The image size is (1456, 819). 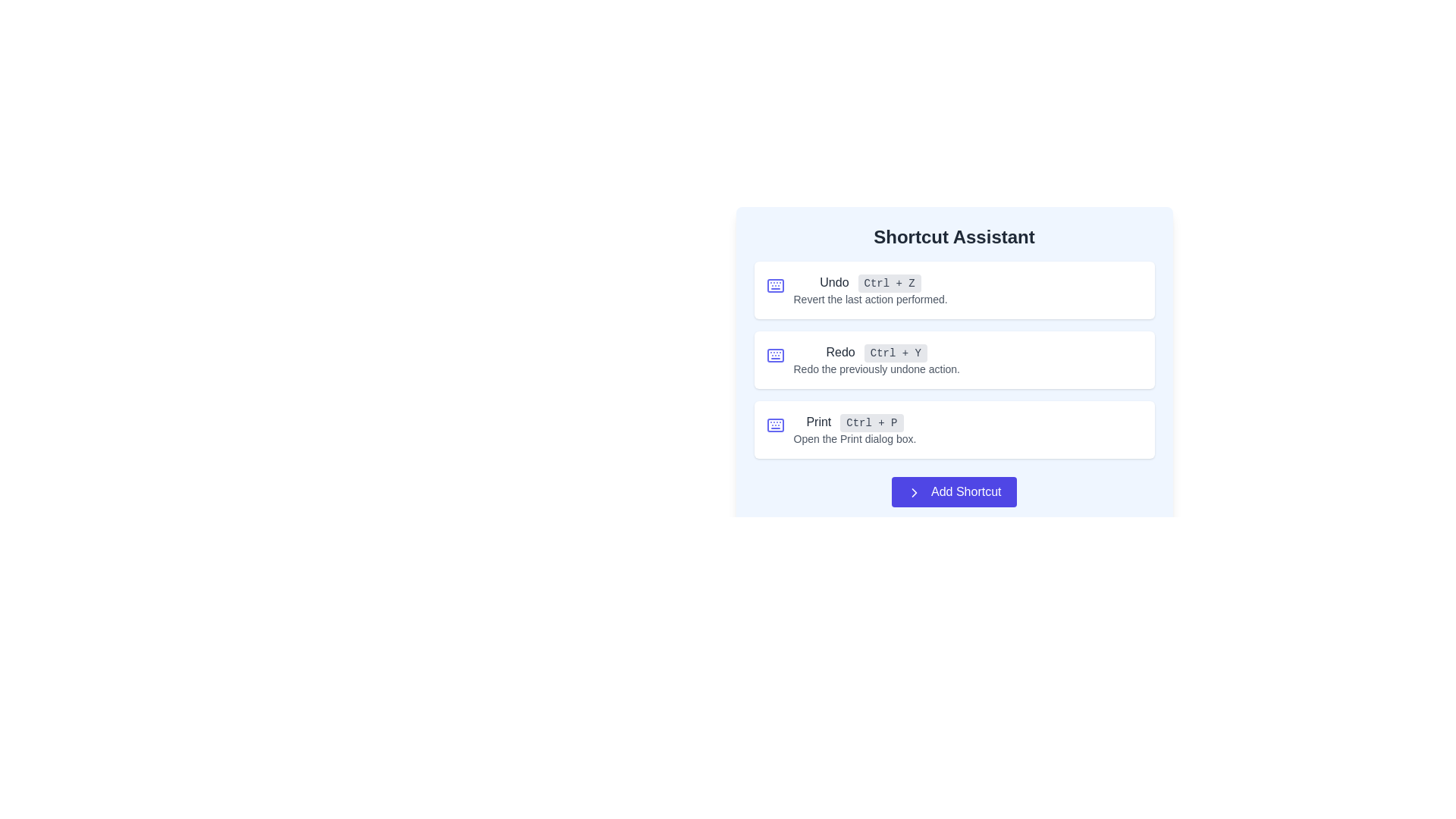 I want to click on information displayed on the Informational card representing the 'Redo' shortcut action (Ctrl + Y), which is located below the 'Undo Ctrl + Z' entry in the list of shortcut descriptions, so click(x=953, y=359).